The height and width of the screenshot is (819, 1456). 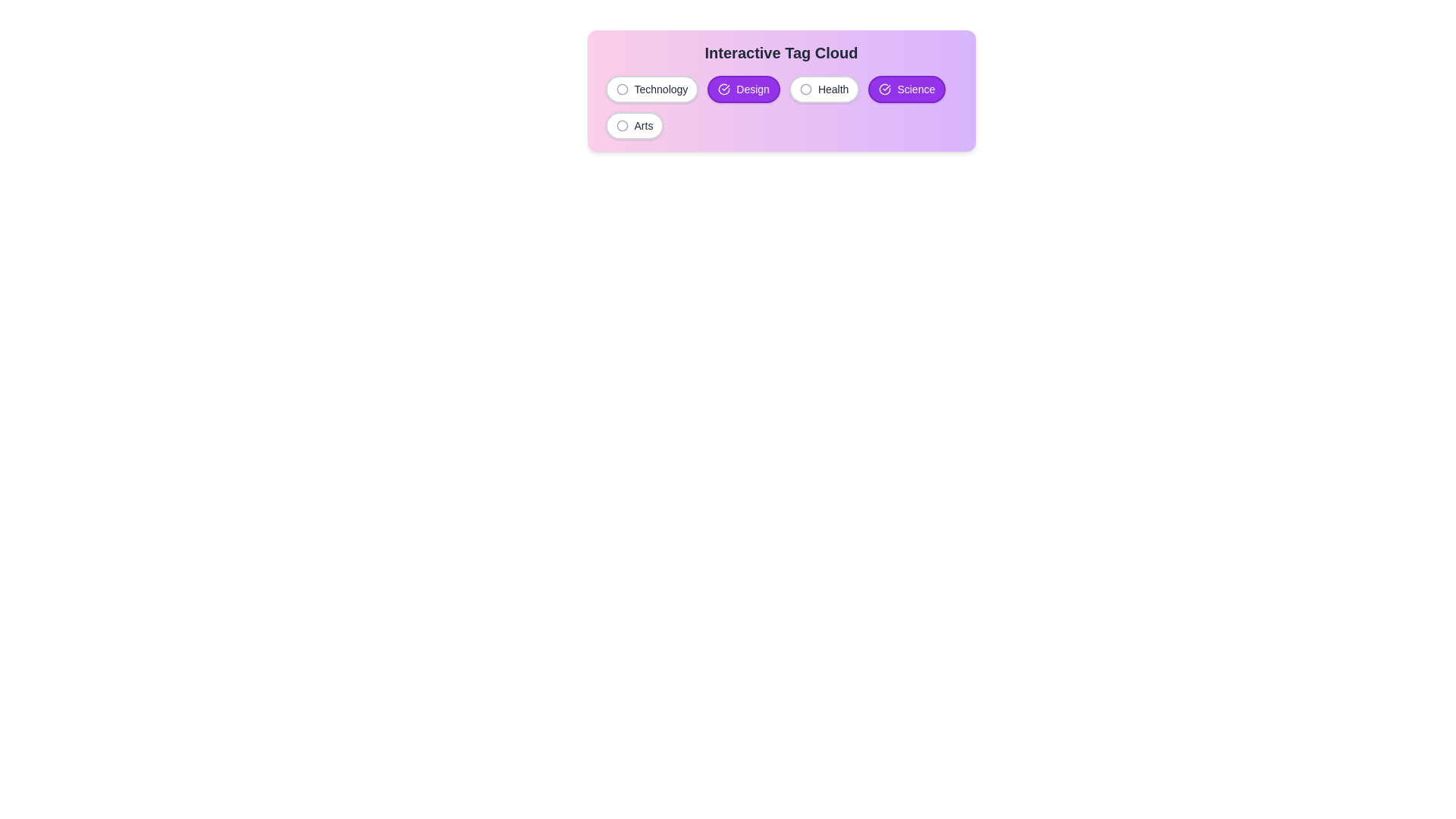 I want to click on the tag labeled Health to observe its hover effect, so click(x=824, y=89).